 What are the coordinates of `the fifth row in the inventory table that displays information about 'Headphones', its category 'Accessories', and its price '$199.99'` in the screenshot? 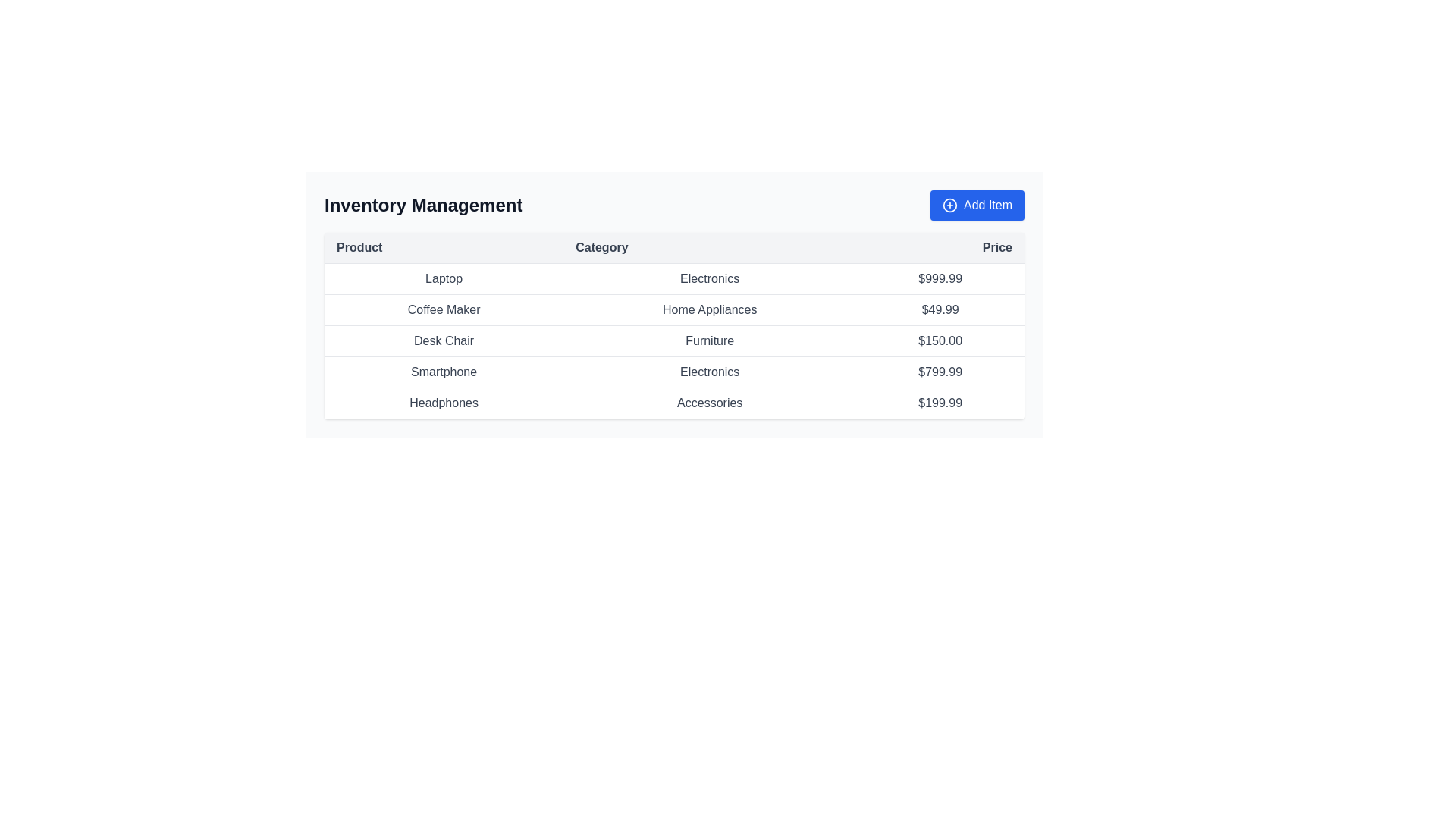 It's located at (673, 403).